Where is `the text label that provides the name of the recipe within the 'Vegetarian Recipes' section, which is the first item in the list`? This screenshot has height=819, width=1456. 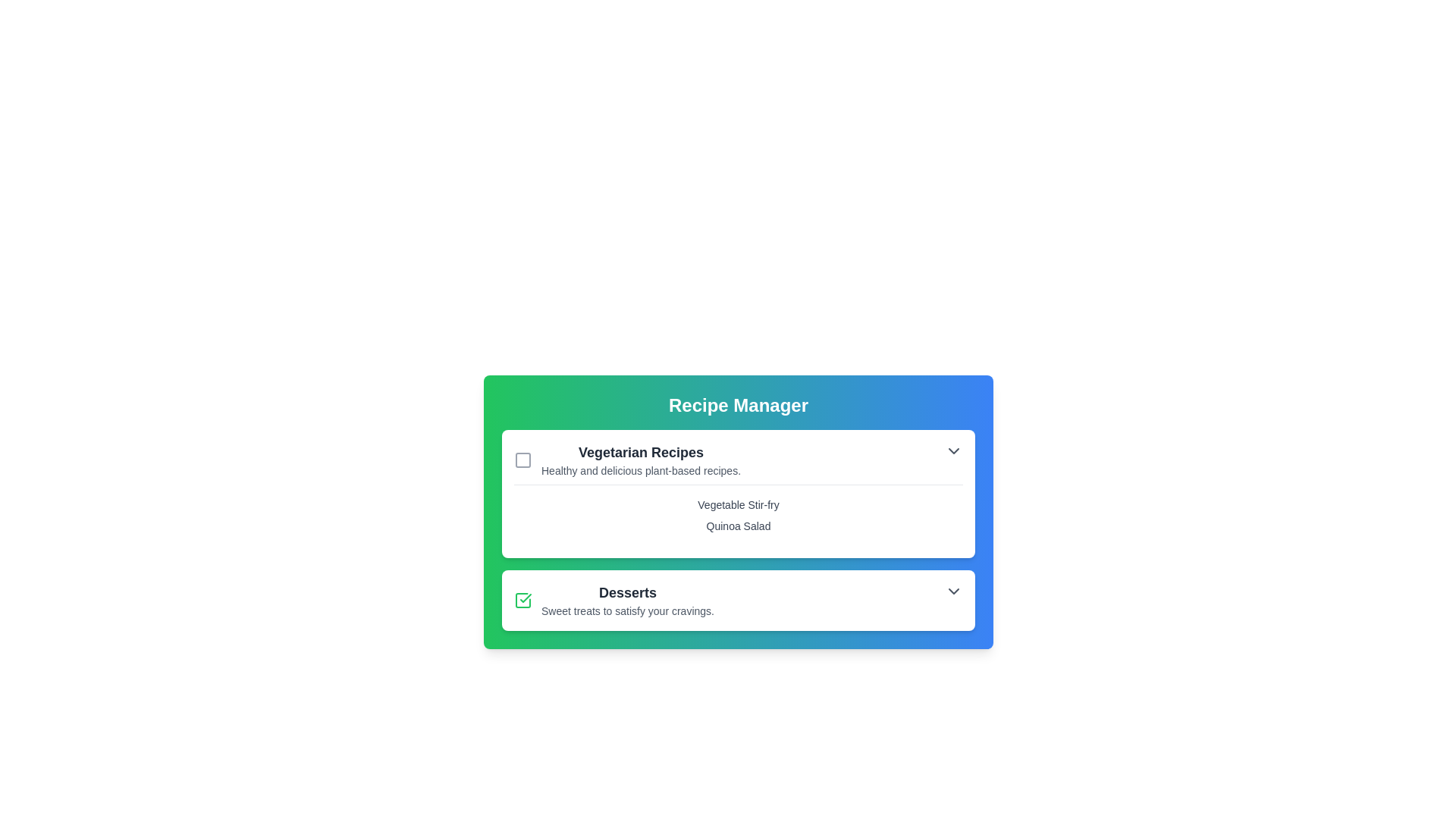 the text label that provides the name of the recipe within the 'Vegetarian Recipes' section, which is the first item in the list is located at coordinates (739, 505).